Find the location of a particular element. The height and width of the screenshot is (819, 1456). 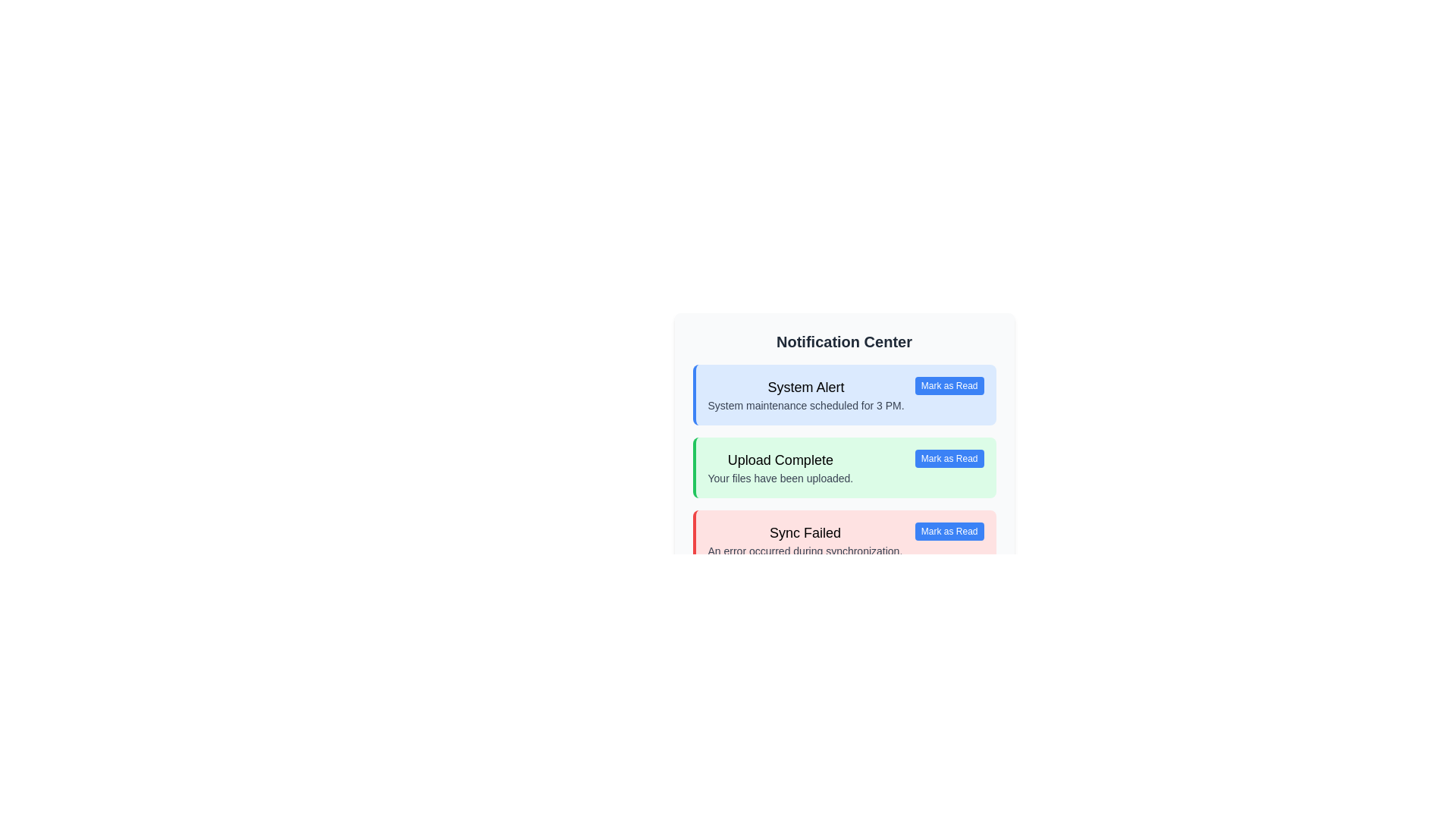

the text label indicating successful file upload in the Notification Center is located at coordinates (780, 459).